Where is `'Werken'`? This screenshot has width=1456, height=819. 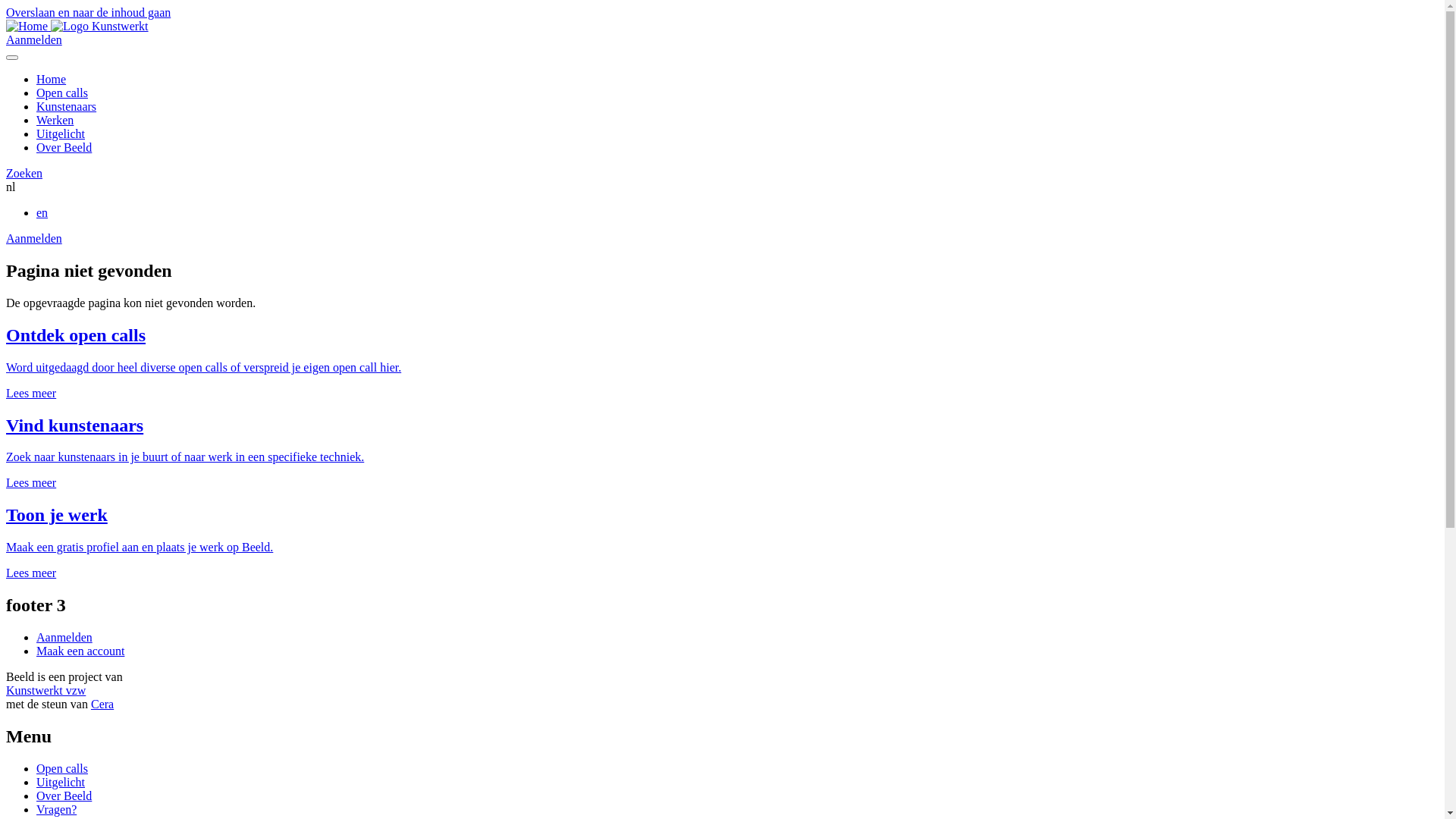 'Werken' is located at coordinates (55, 119).